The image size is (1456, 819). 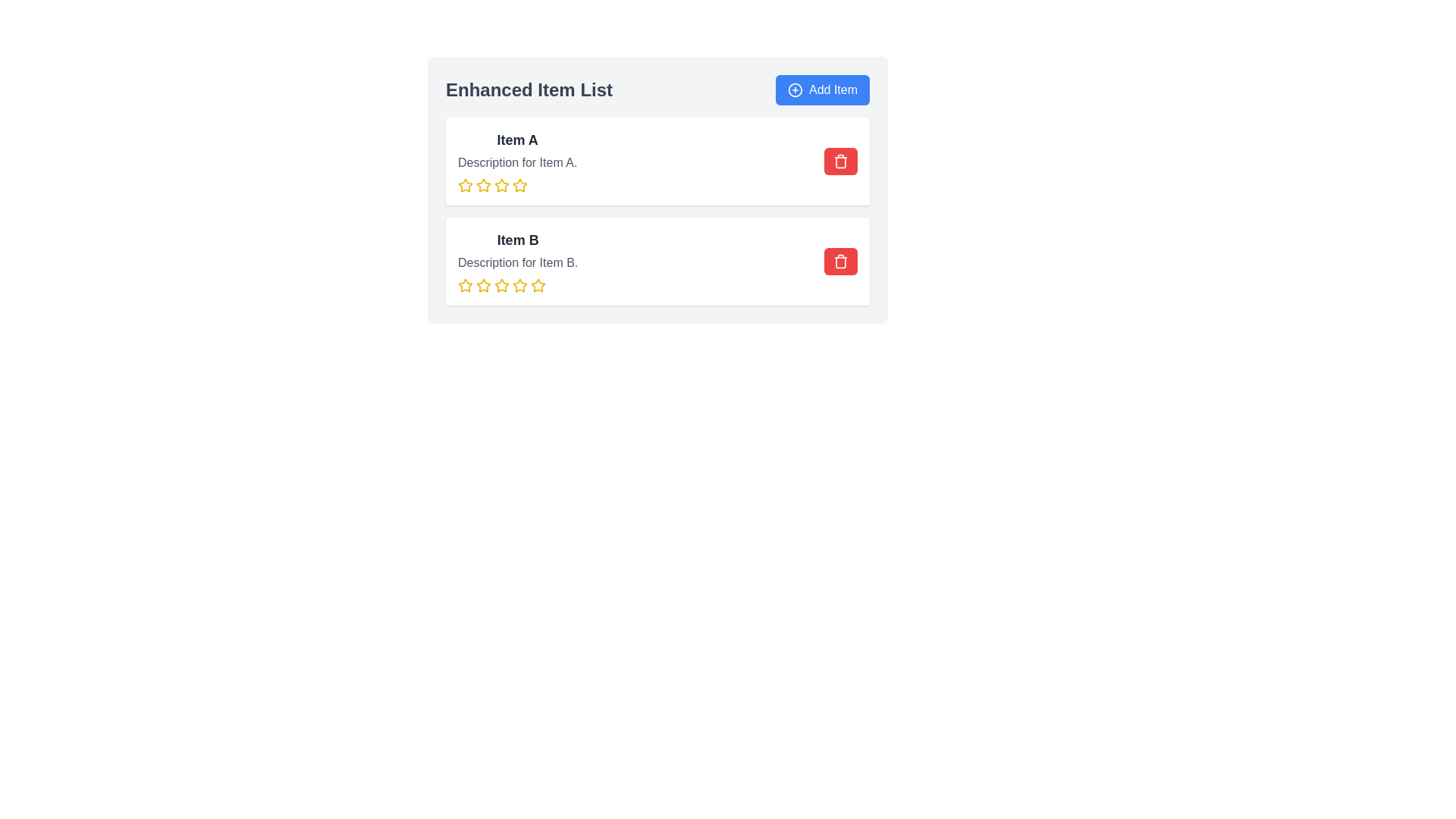 What do you see at coordinates (483, 286) in the screenshot?
I see `the second star in the rating control for 'Item B', which allows the user to set a rating of 2 out of 5` at bounding box center [483, 286].